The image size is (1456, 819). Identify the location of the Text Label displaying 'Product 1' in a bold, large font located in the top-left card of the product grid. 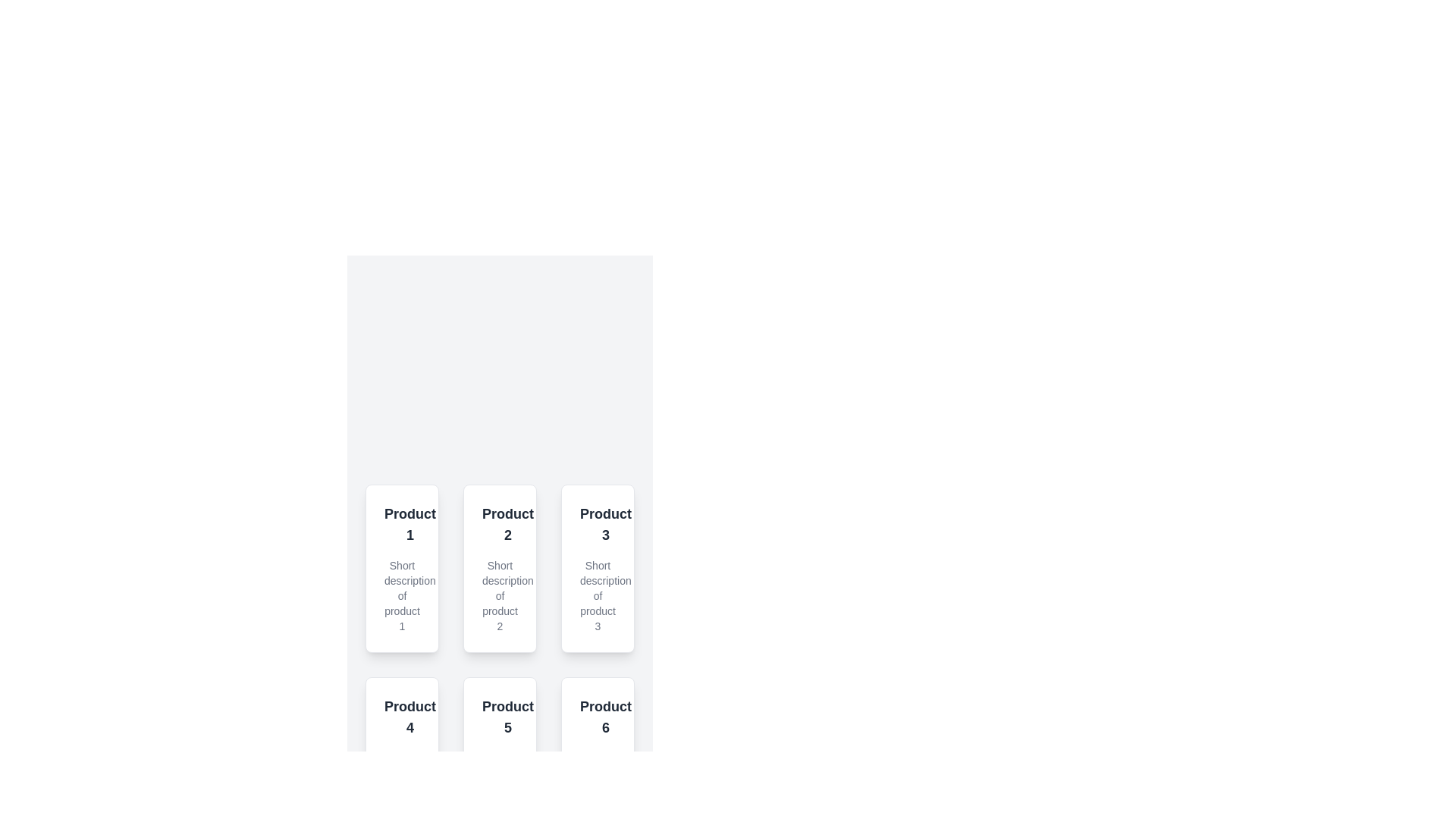
(410, 523).